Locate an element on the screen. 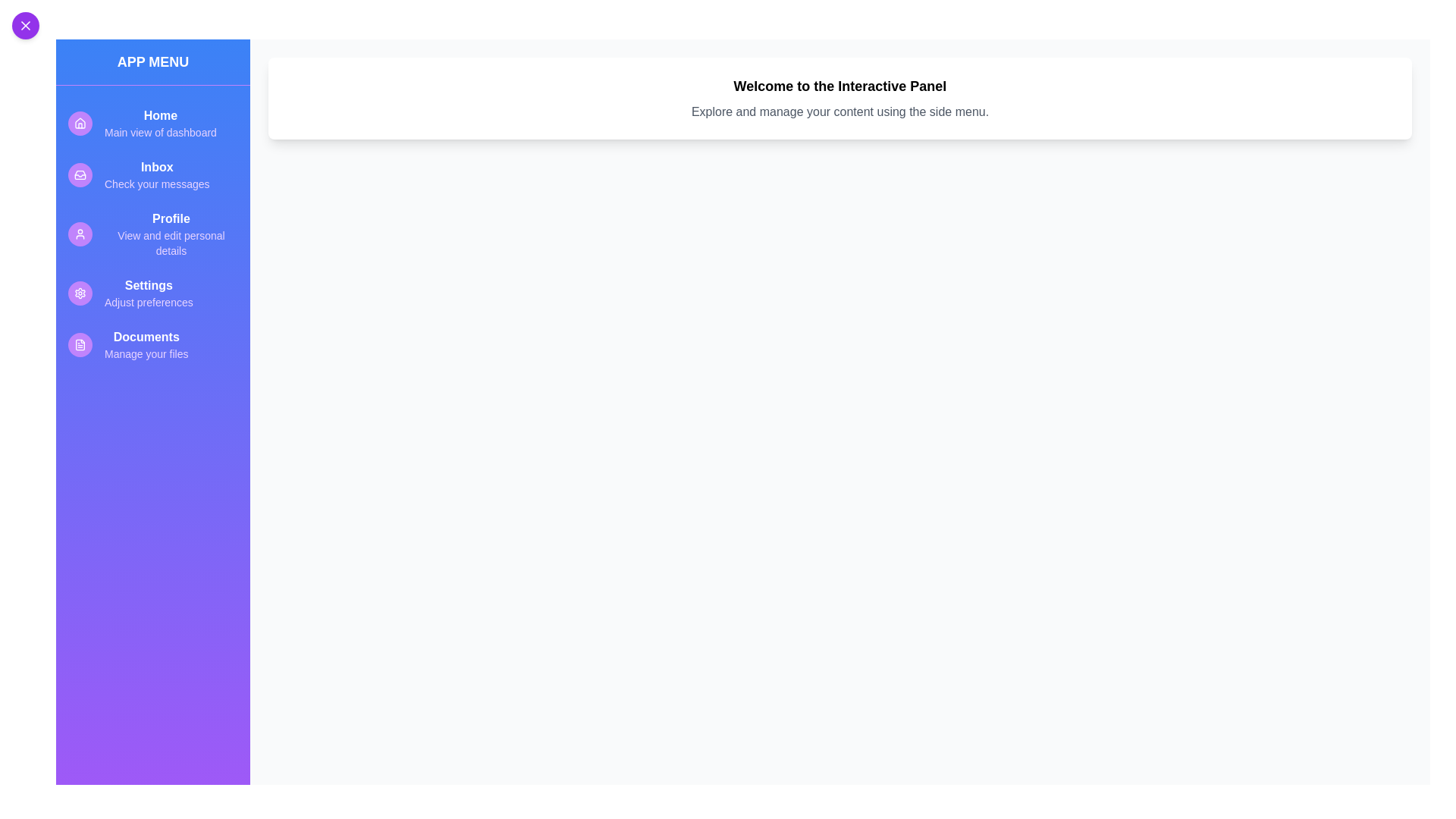 The height and width of the screenshot is (819, 1456). toggle button at the top-left corner to toggle the sidebar visibility is located at coordinates (25, 26).